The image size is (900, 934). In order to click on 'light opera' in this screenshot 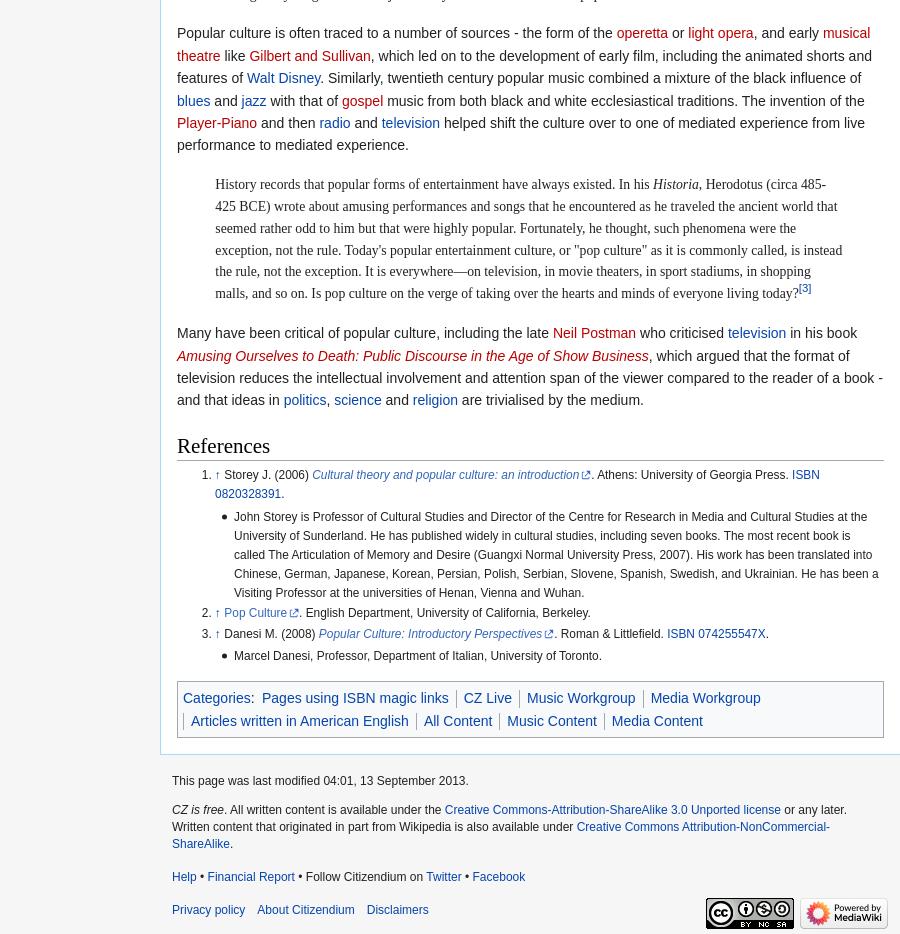, I will do `click(719, 31)`.